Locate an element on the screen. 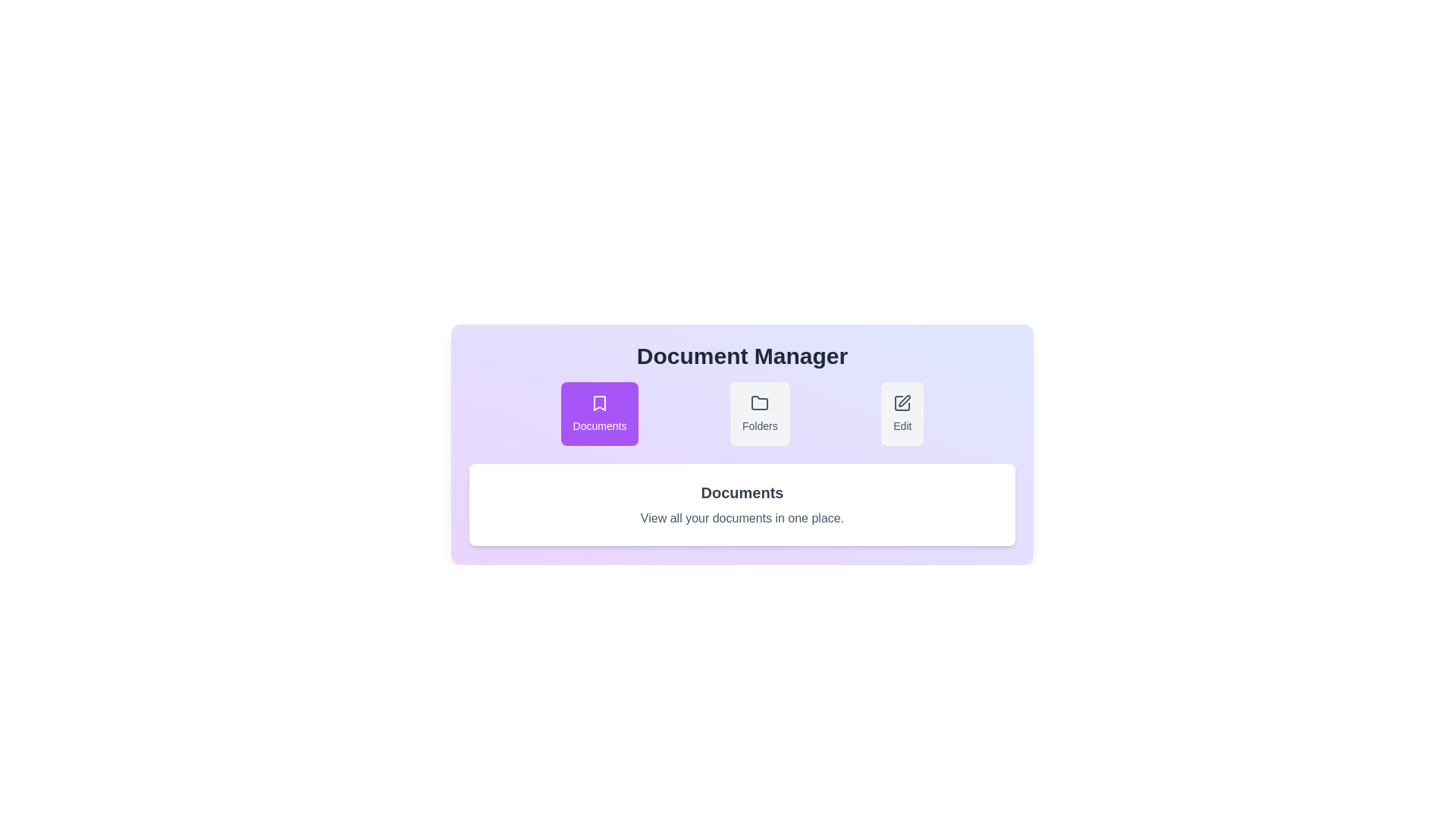 This screenshot has width=1456, height=819. the 'Edit' icon, which features a red and white pen icon, located in the top row of the interface is located at coordinates (905, 400).